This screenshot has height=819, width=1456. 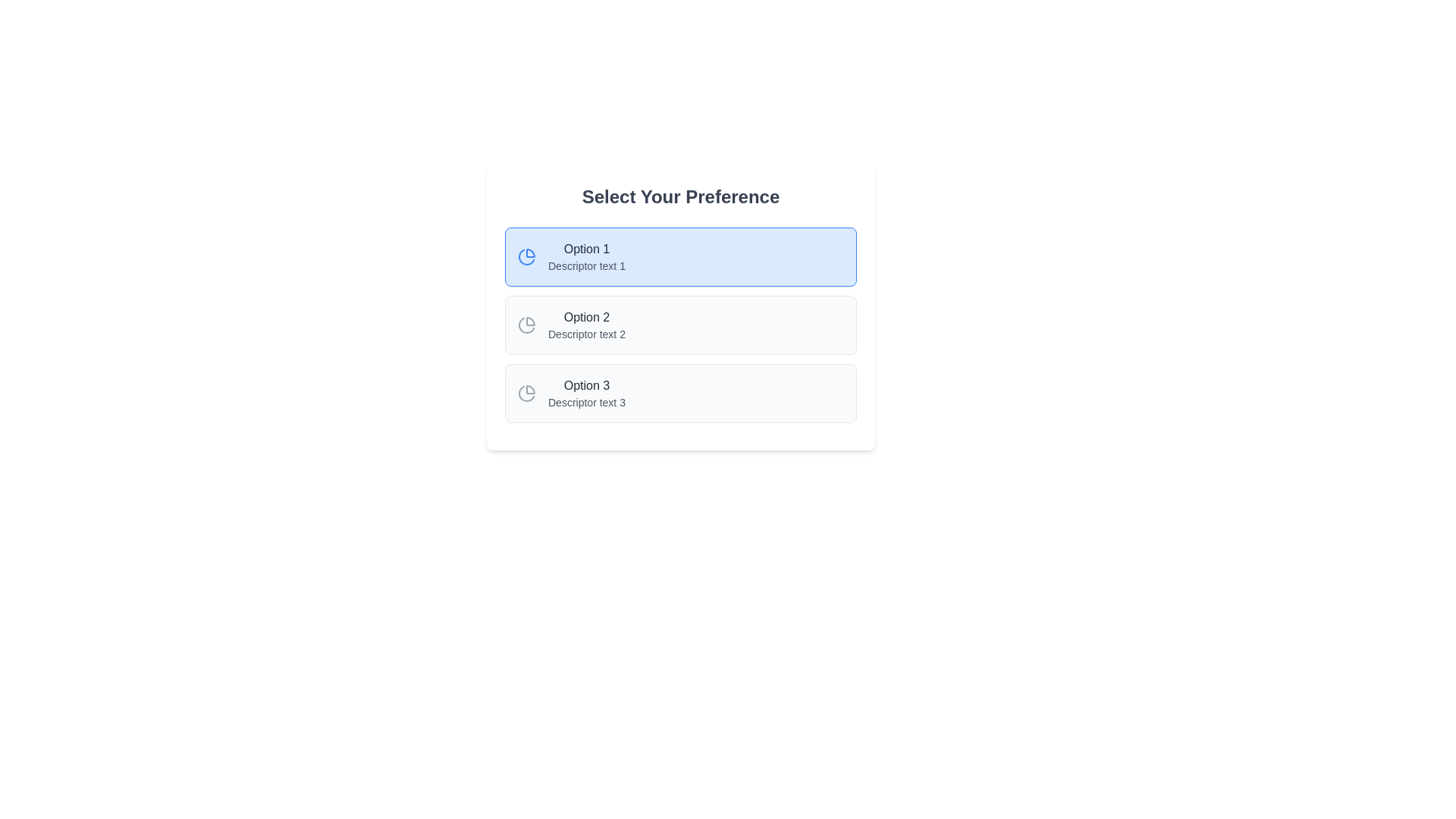 I want to click on the option associated with the text label 'Option 3', which is the main label of the third option in a vertical list under 'Select Your Preference', so click(x=585, y=385).